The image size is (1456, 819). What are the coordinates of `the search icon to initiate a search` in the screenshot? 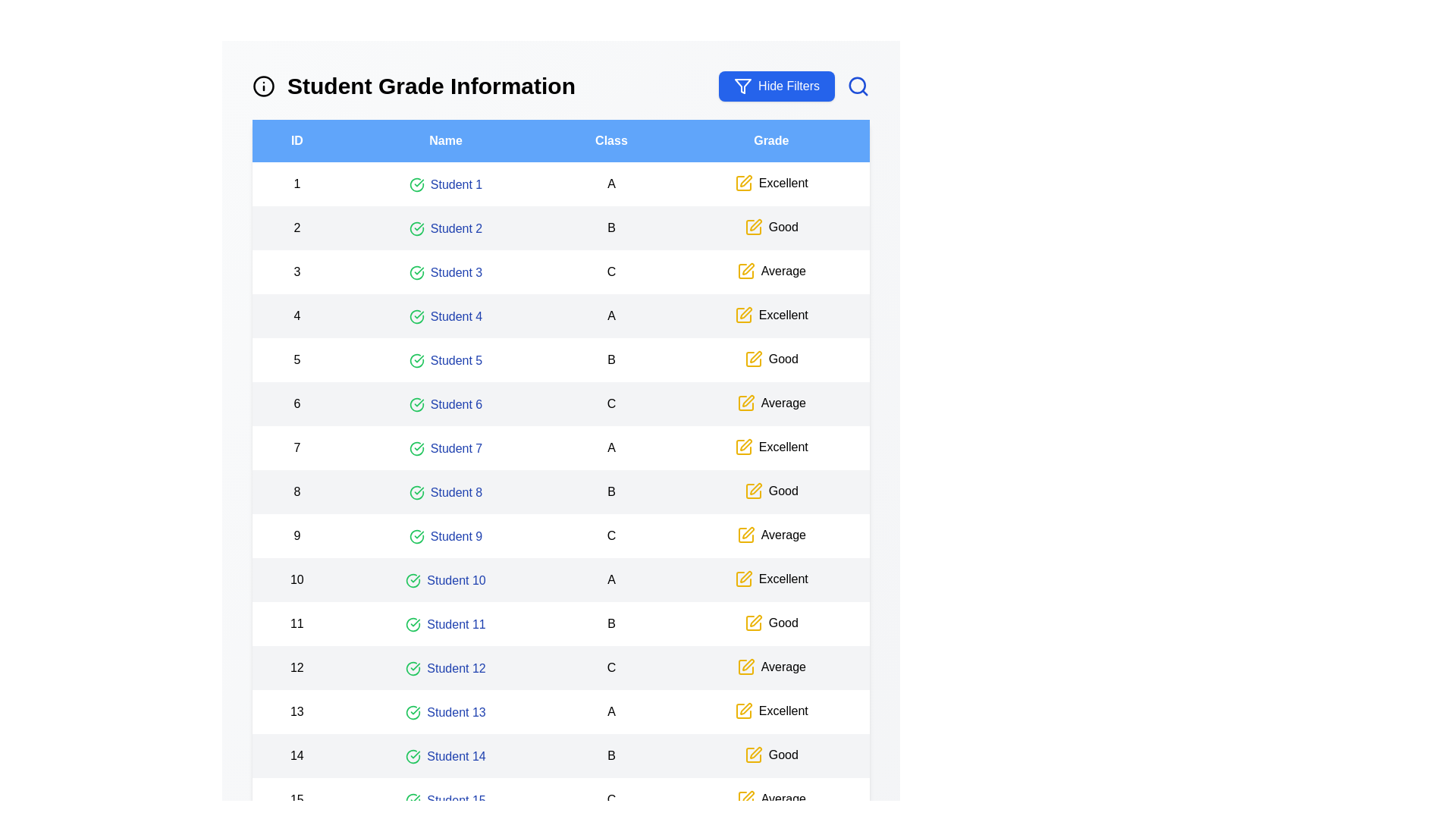 It's located at (858, 86).